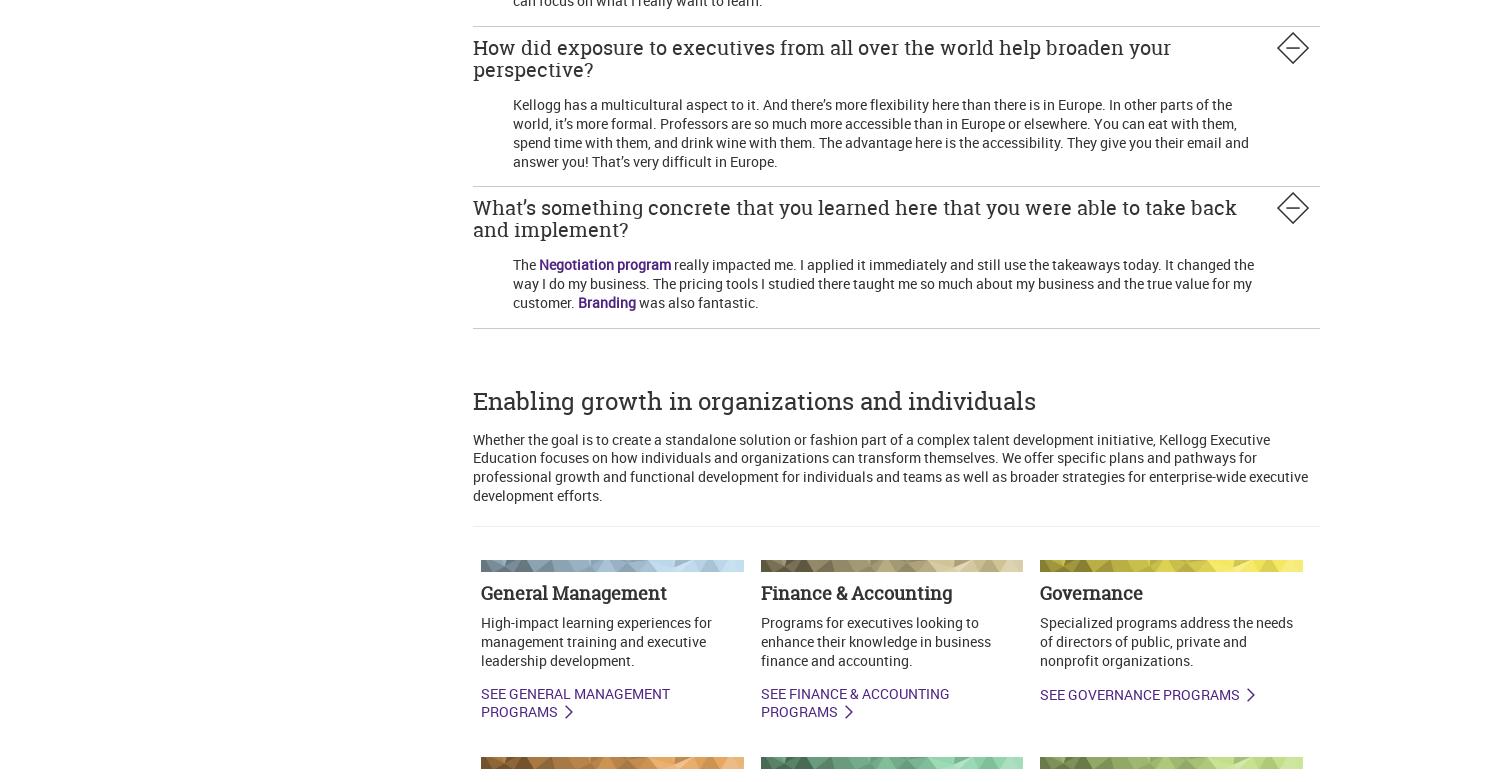  I want to click on 'Specialized programs address the needs of directors of public, private and nonprofit organizations.', so click(1039, 640).